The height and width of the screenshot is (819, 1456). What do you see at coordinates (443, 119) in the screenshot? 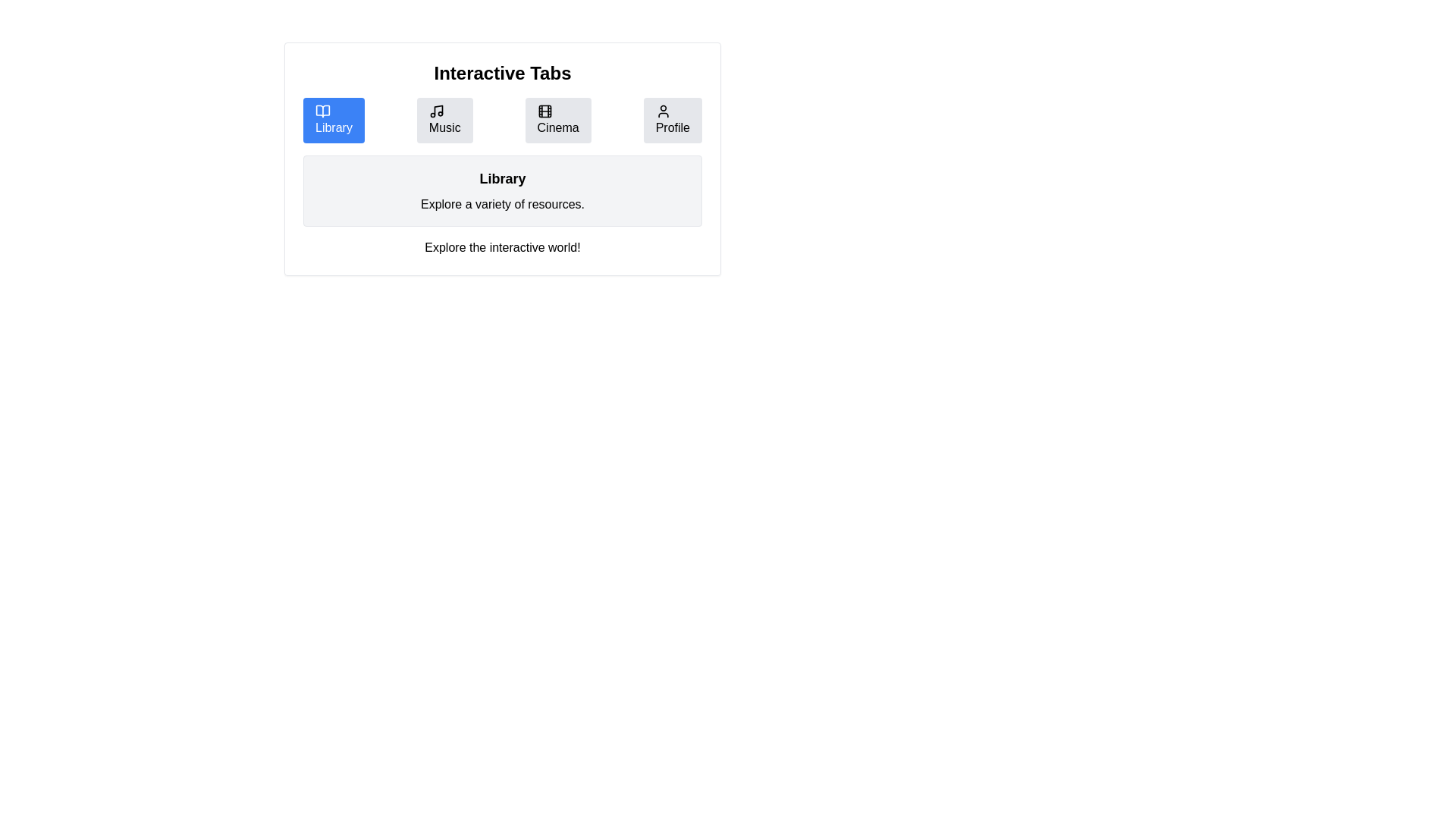
I see `the Music tab by clicking on its button` at bounding box center [443, 119].